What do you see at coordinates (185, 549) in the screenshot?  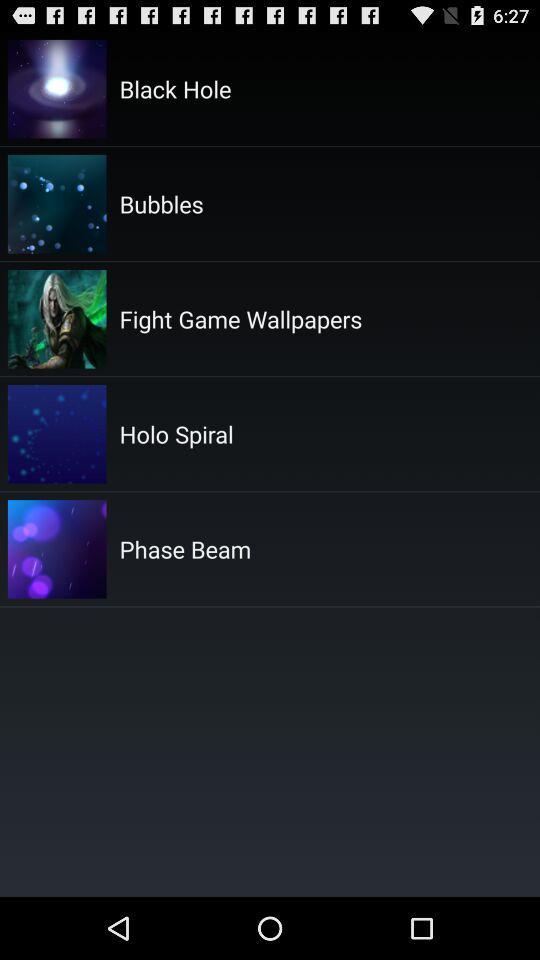 I see `the item below the holo spiral icon` at bounding box center [185, 549].